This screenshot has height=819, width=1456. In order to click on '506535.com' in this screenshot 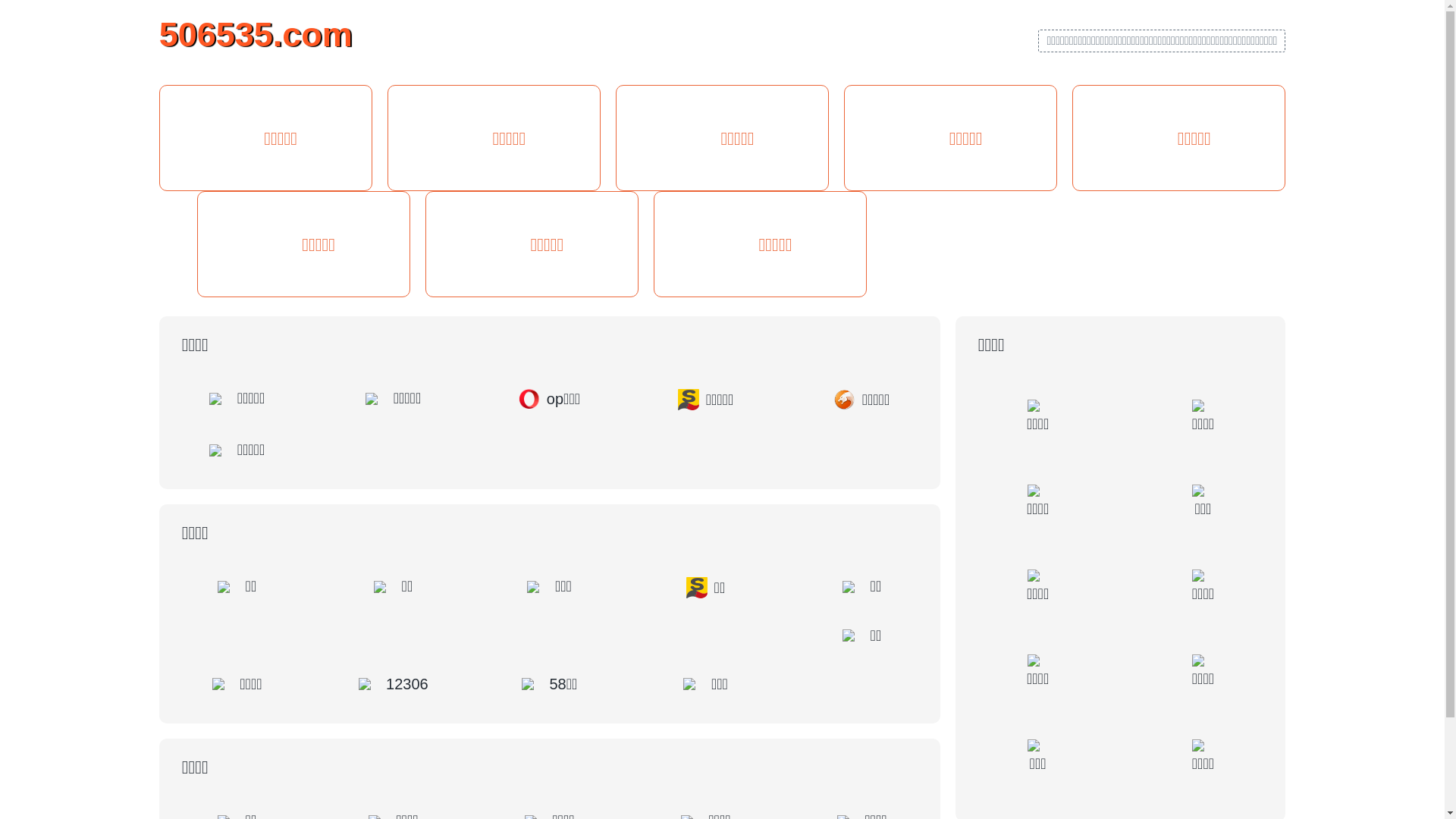, I will do `click(159, 33)`.